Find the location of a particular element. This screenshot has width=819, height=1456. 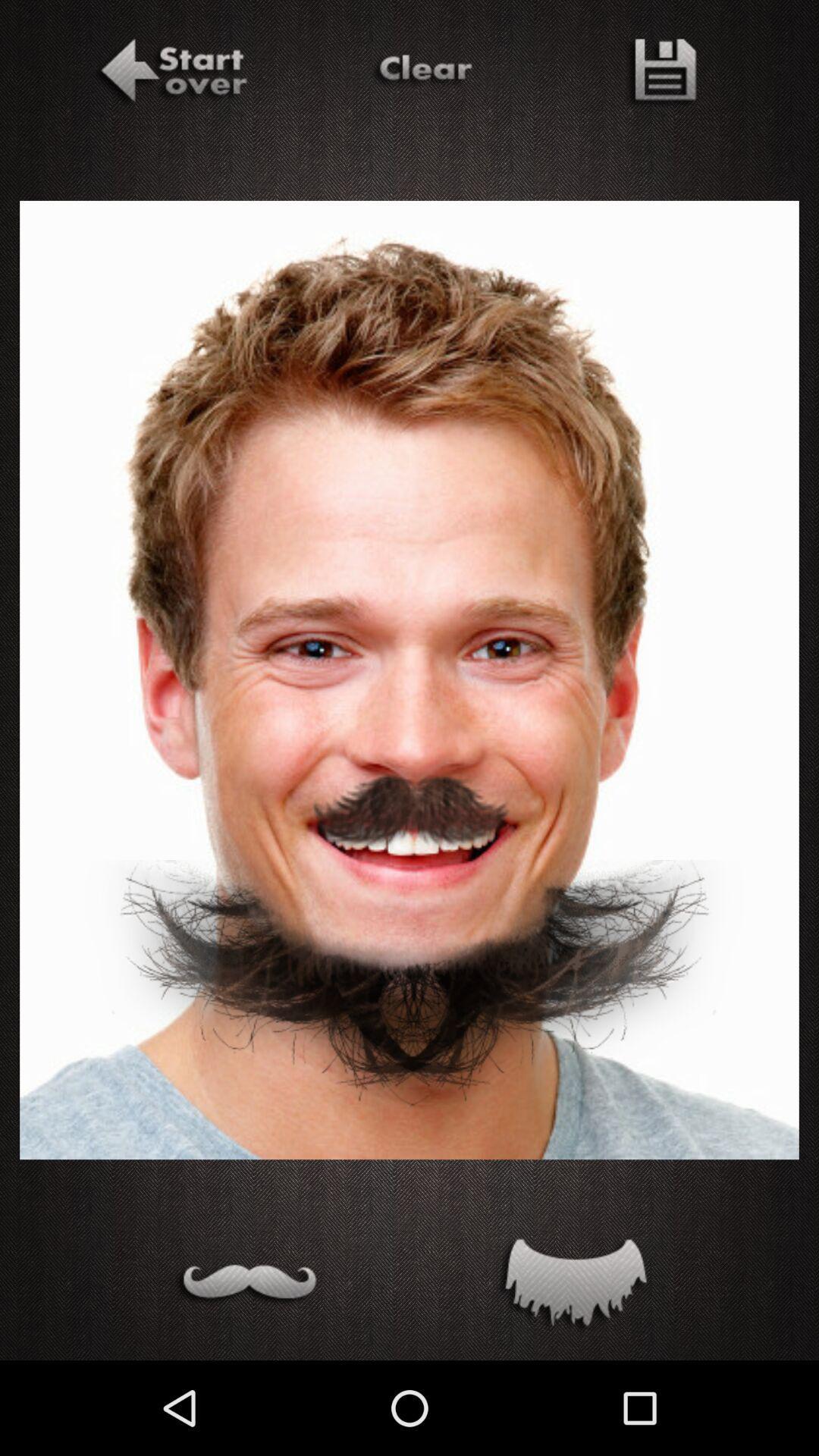

start over adding facial hairs is located at coordinates (171, 73).